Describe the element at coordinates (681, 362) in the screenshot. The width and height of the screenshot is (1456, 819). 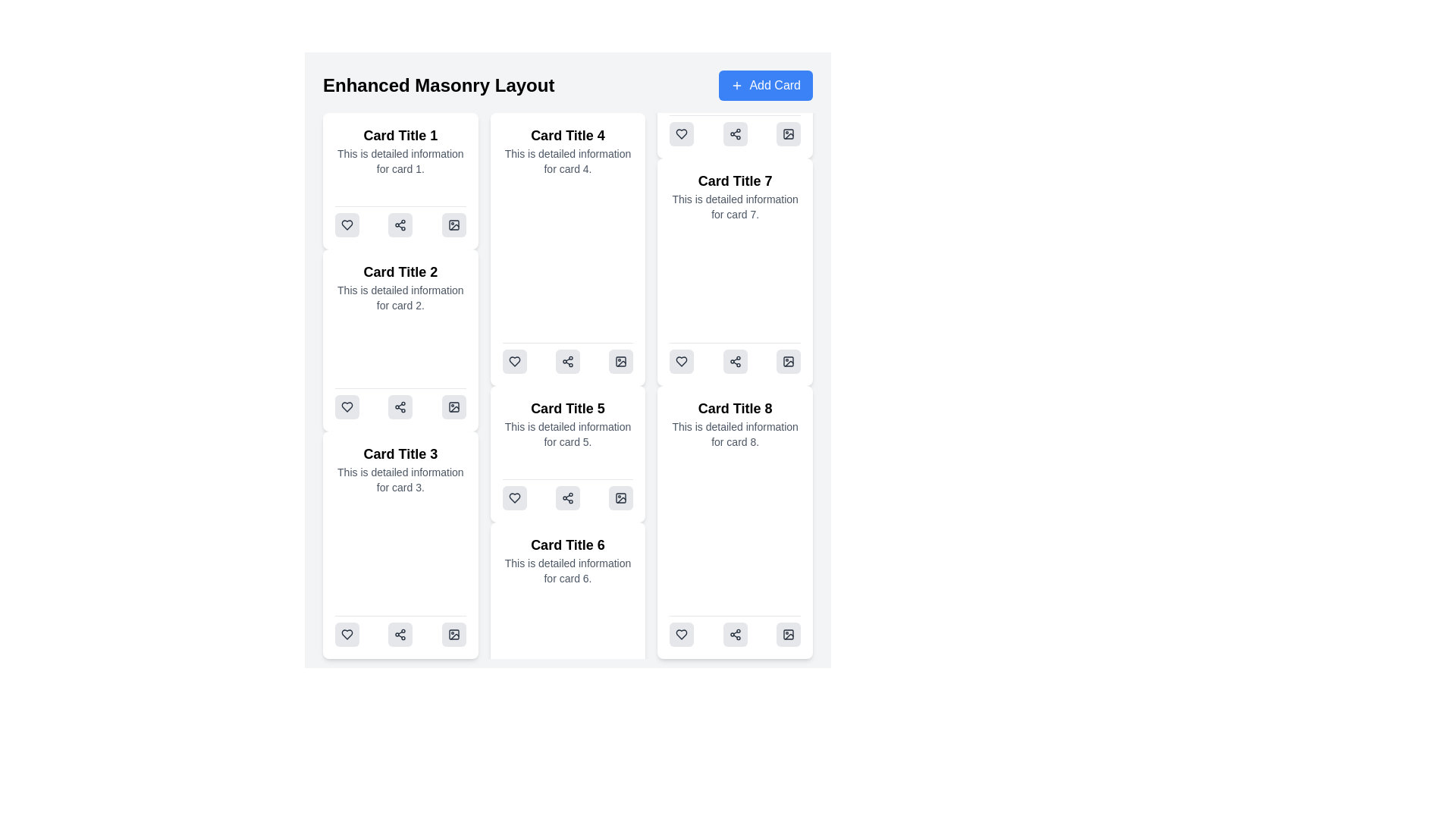
I see `the heart icon button located at the bottom left corner of 'Card Title 8' in the 'Enhanced Masonry Layout'` at that location.